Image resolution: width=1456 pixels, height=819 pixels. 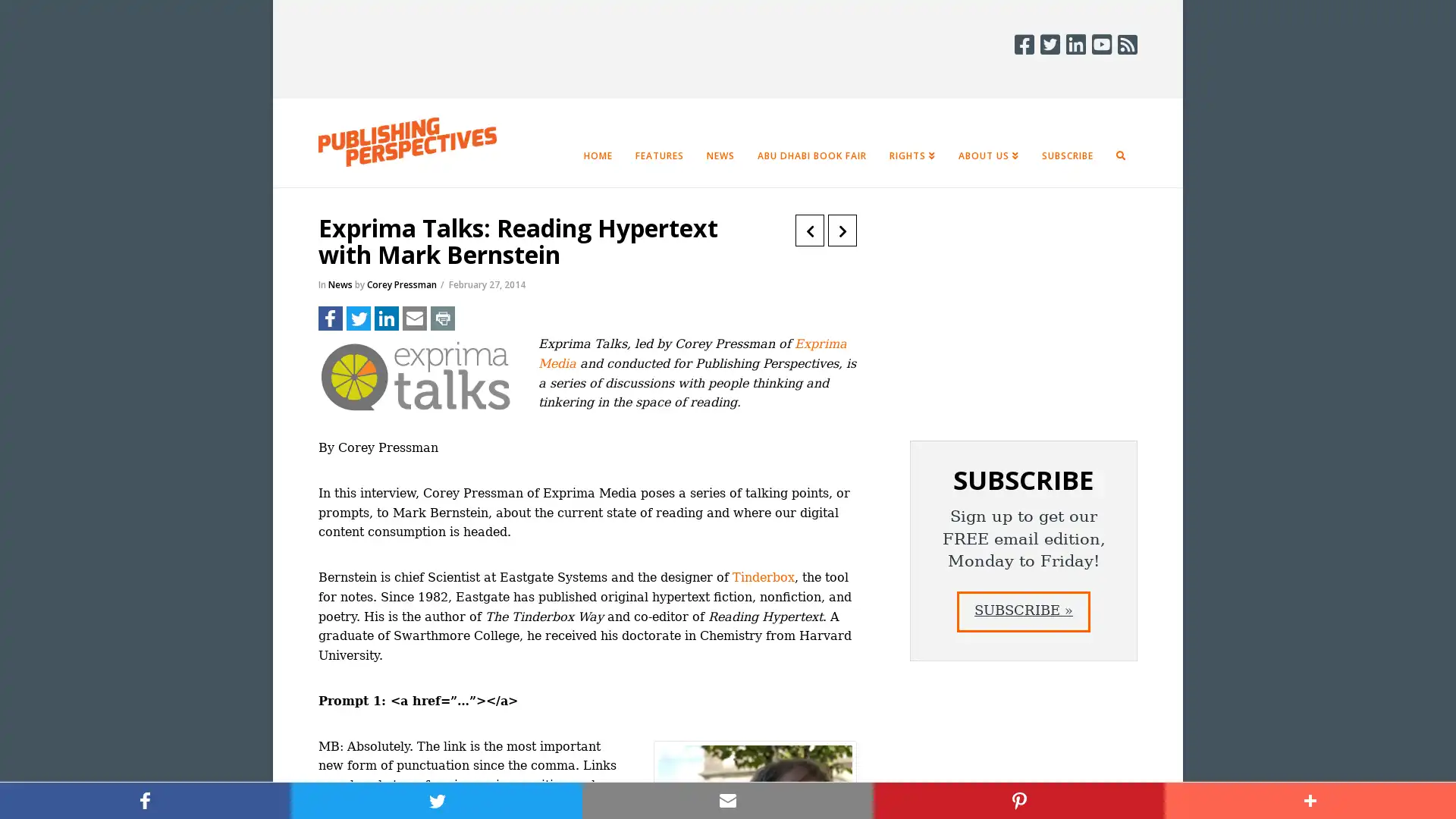 What do you see at coordinates (358, 318) in the screenshot?
I see `Share to Twitter` at bounding box center [358, 318].